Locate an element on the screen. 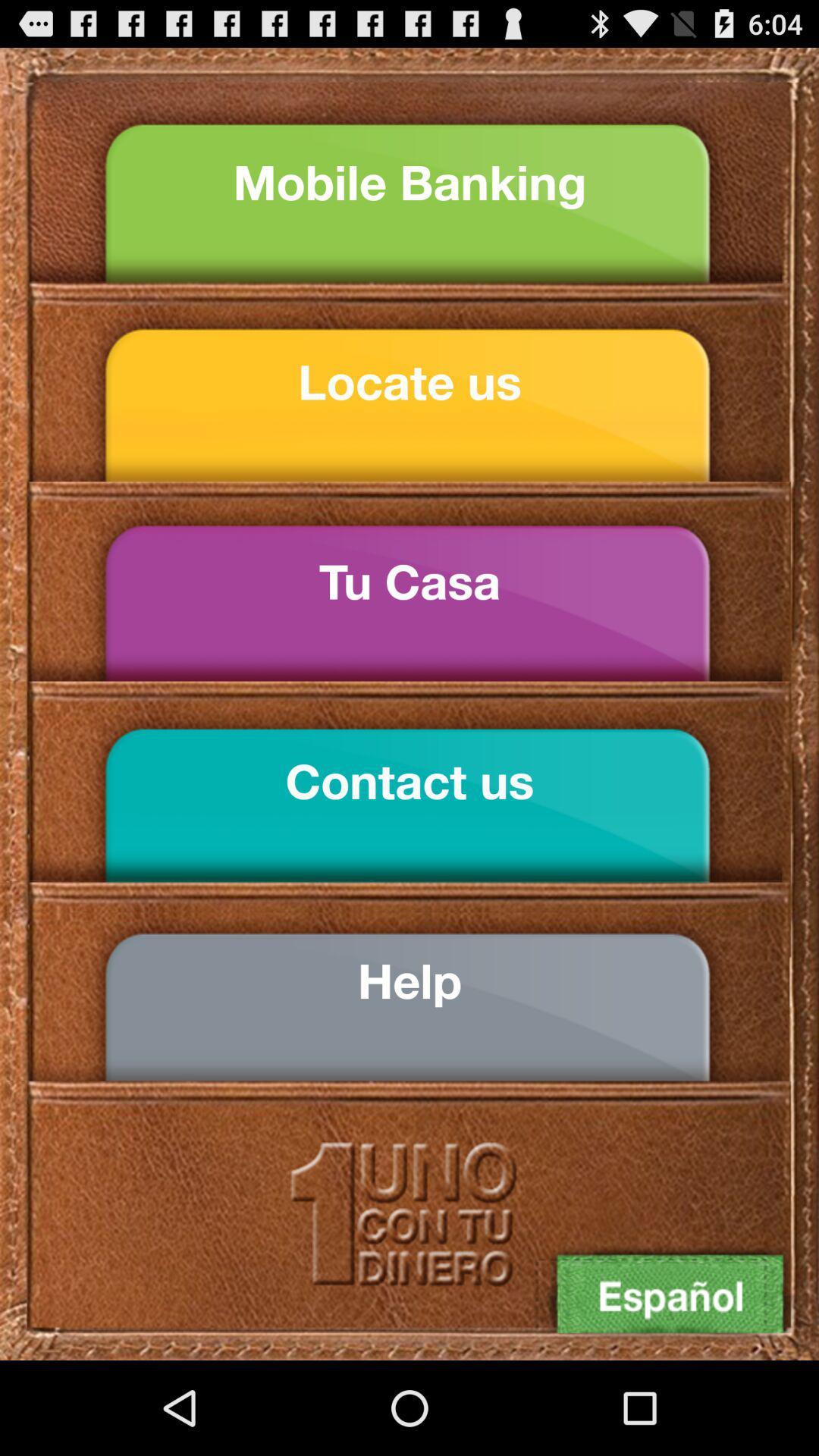 The height and width of the screenshot is (1456, 819). the tu casa app is located at coordinates (409, 581).